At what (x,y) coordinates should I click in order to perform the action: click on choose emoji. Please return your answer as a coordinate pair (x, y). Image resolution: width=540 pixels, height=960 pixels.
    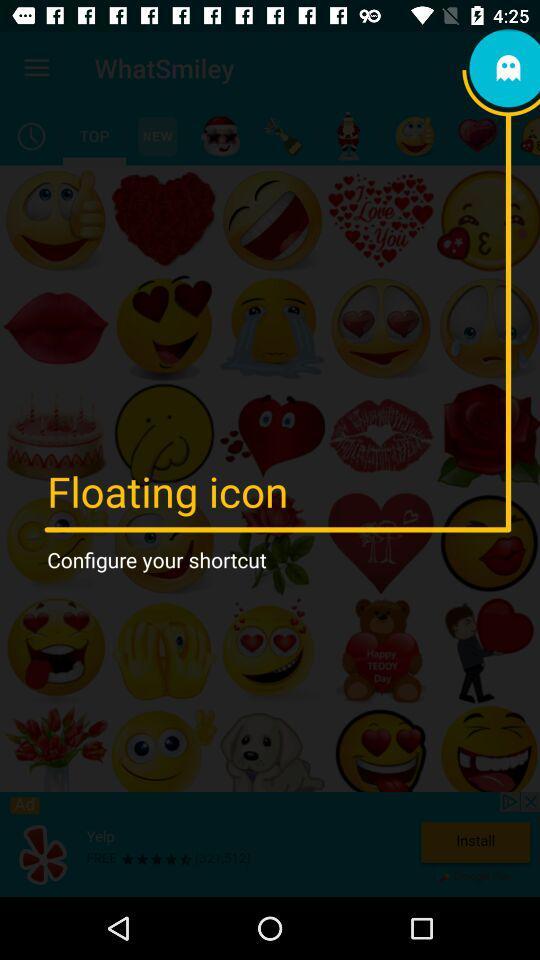
    Looking at the image, I should click on (219, 135).